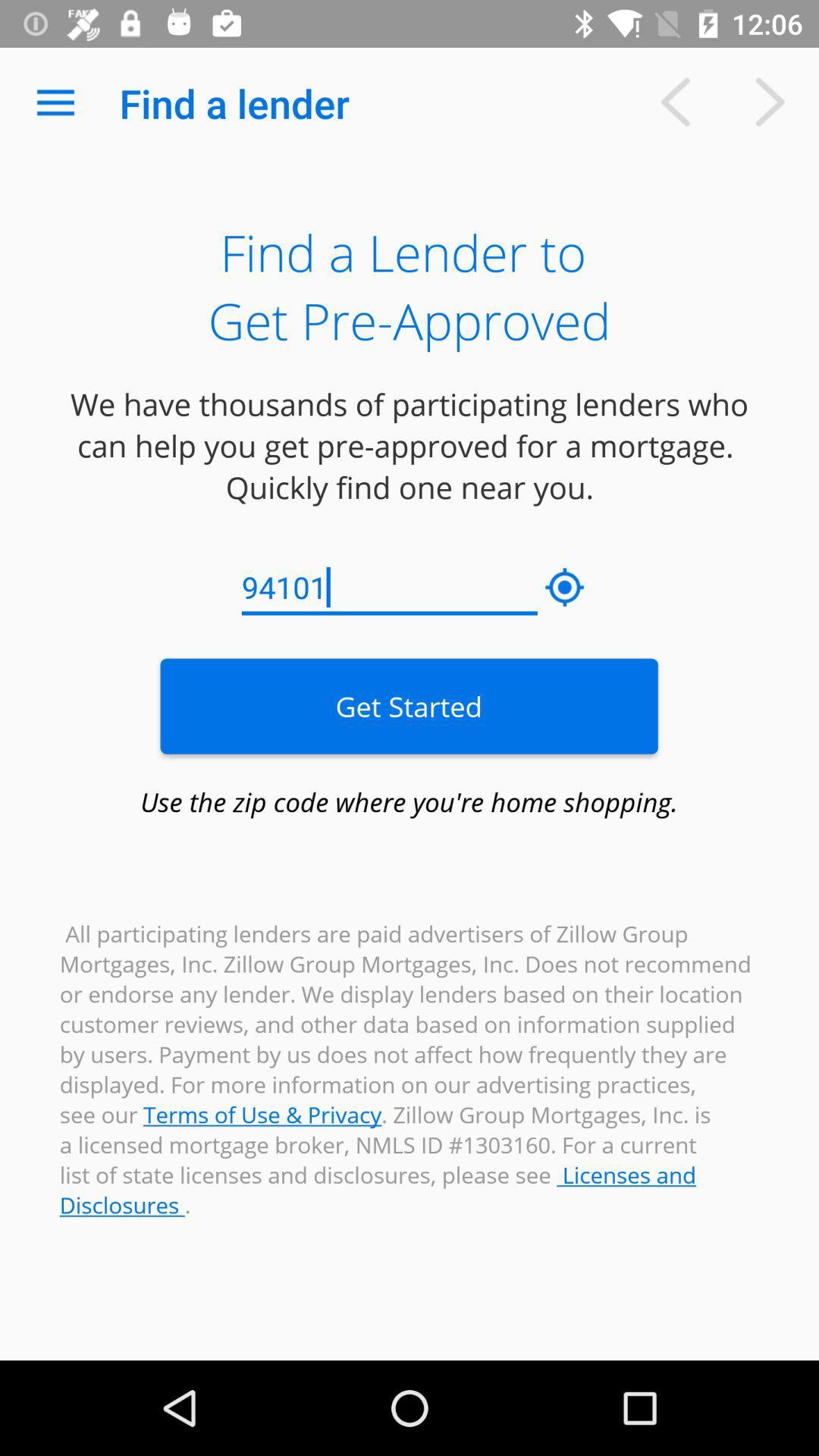  Describe the element at coordinates (388, 587) in the screenshot. I see `icon above get started icon` at that location.